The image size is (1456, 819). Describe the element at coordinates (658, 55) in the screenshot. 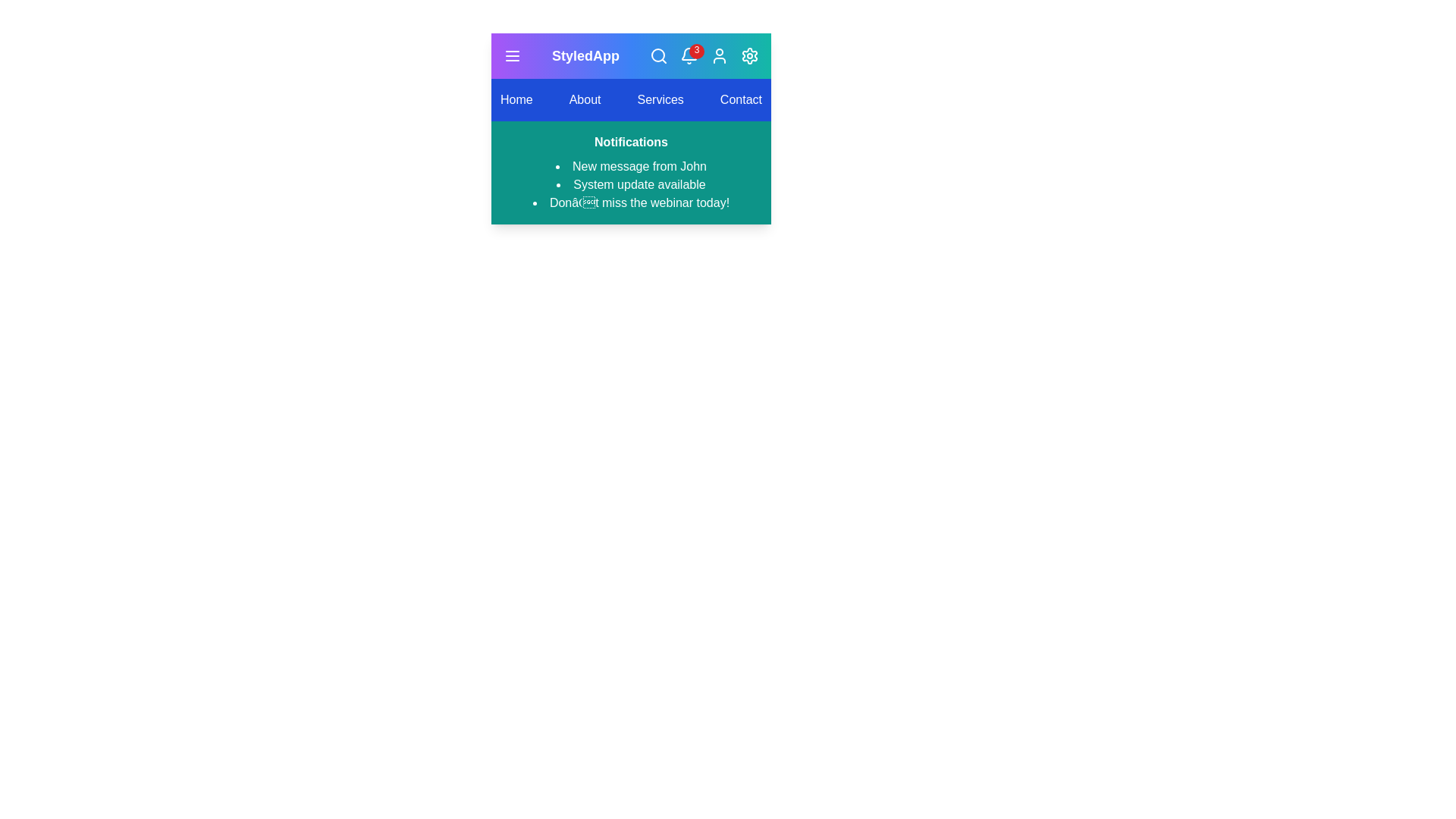

I see `the magnifying glass icon located on the navigation bar` at that location.